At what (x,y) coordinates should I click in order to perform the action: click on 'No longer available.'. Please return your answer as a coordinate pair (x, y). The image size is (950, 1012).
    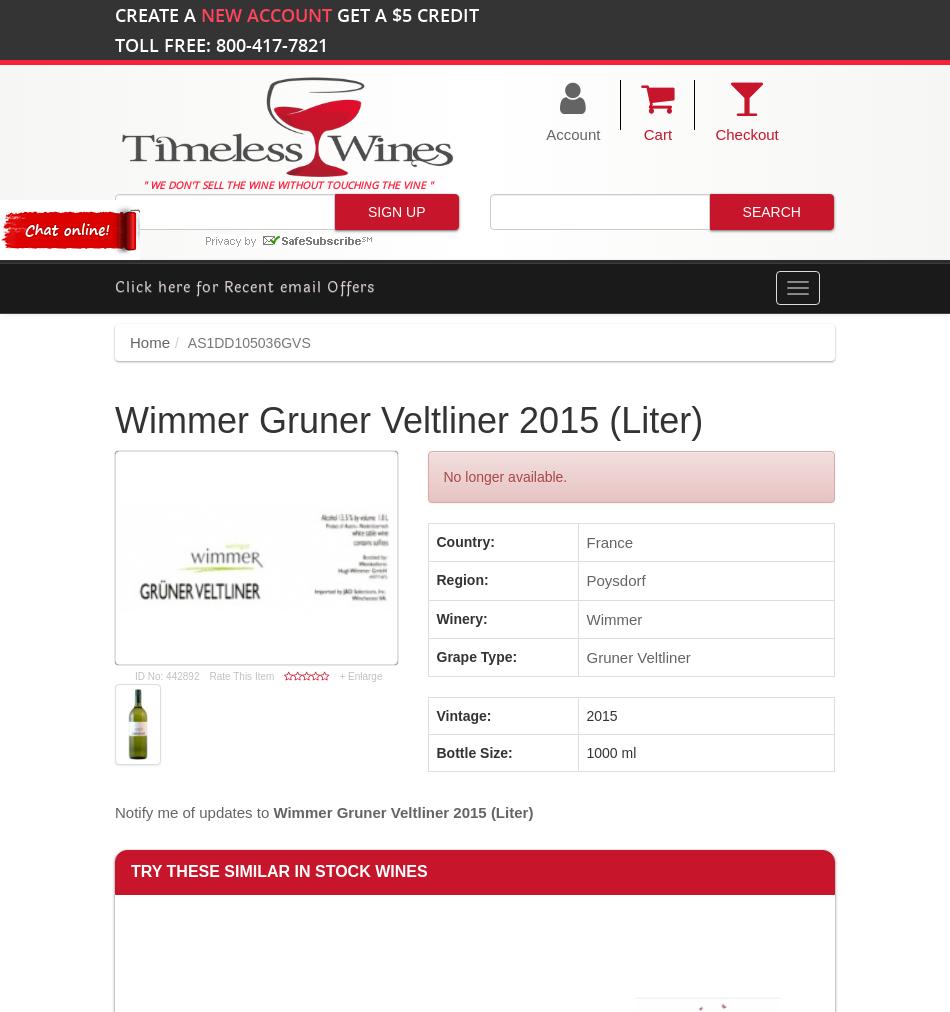
    Looking at the image, I should click on (441, 476).